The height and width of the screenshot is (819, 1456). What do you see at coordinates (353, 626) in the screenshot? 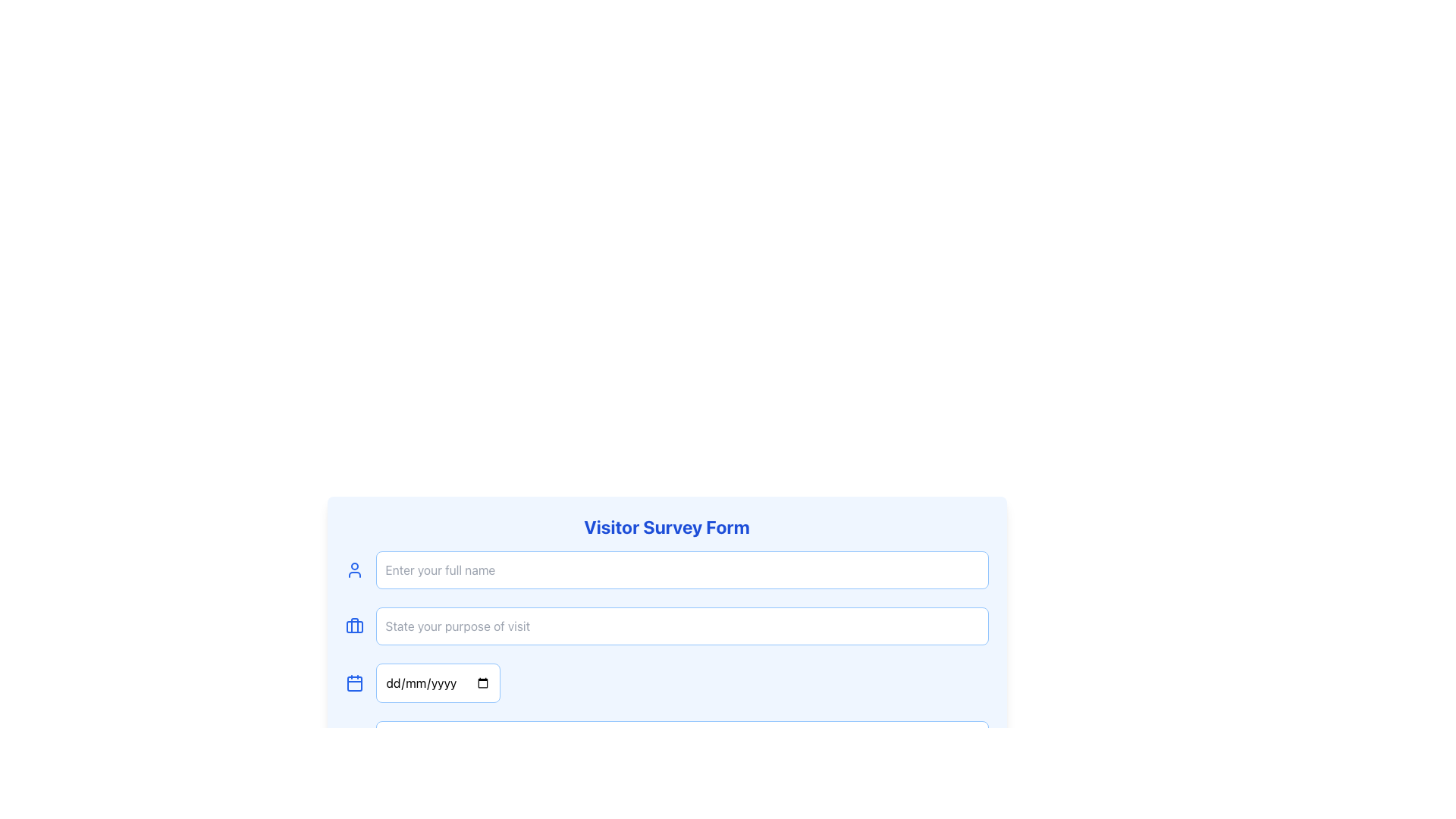
I see `the blue briefcase icon located to the left of the text input field labeled 'State your purpose of visit' in the second row of the form` at bounding box center [353, 626].